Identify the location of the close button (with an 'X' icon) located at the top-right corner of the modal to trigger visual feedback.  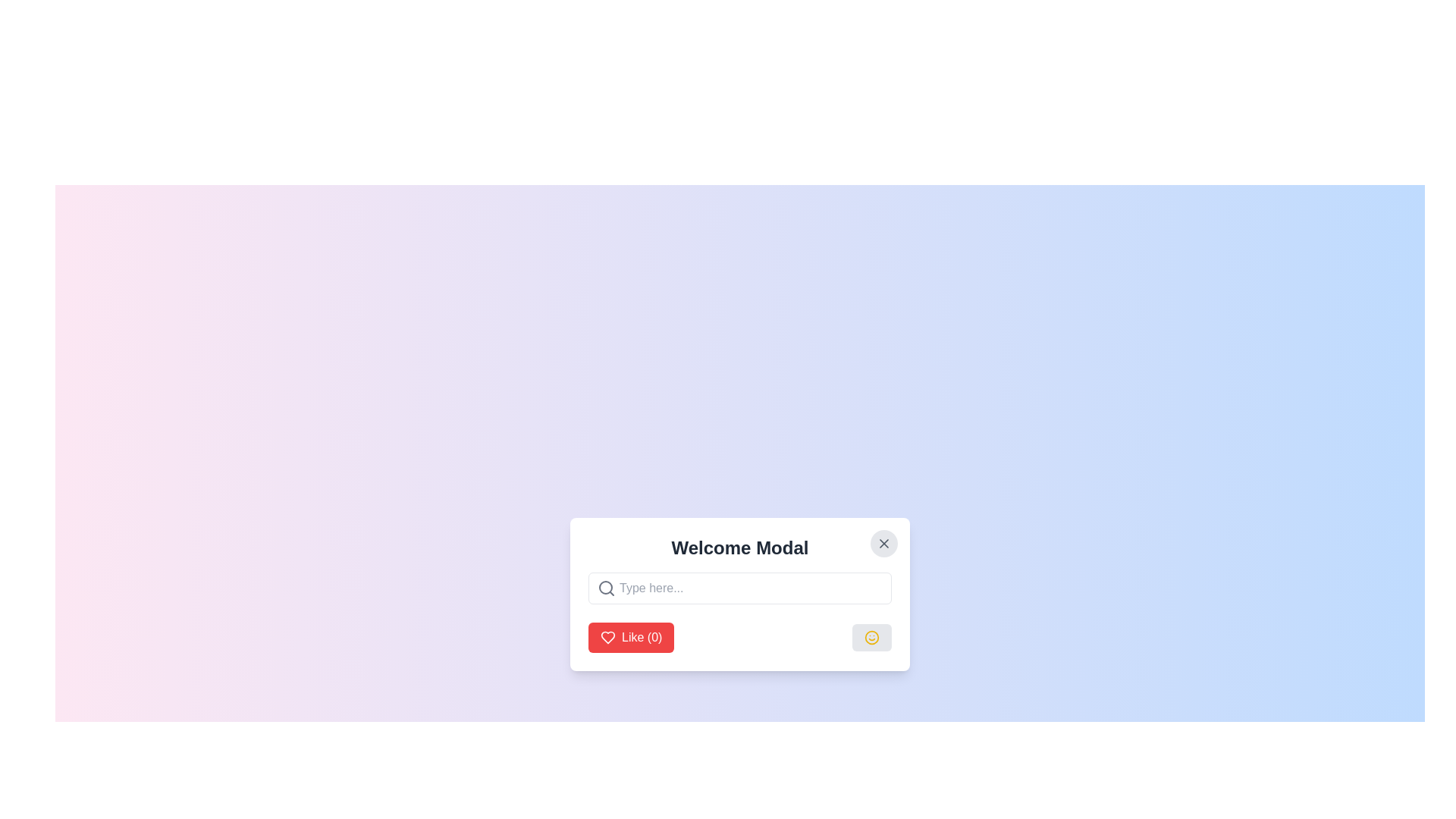
(884, 543).